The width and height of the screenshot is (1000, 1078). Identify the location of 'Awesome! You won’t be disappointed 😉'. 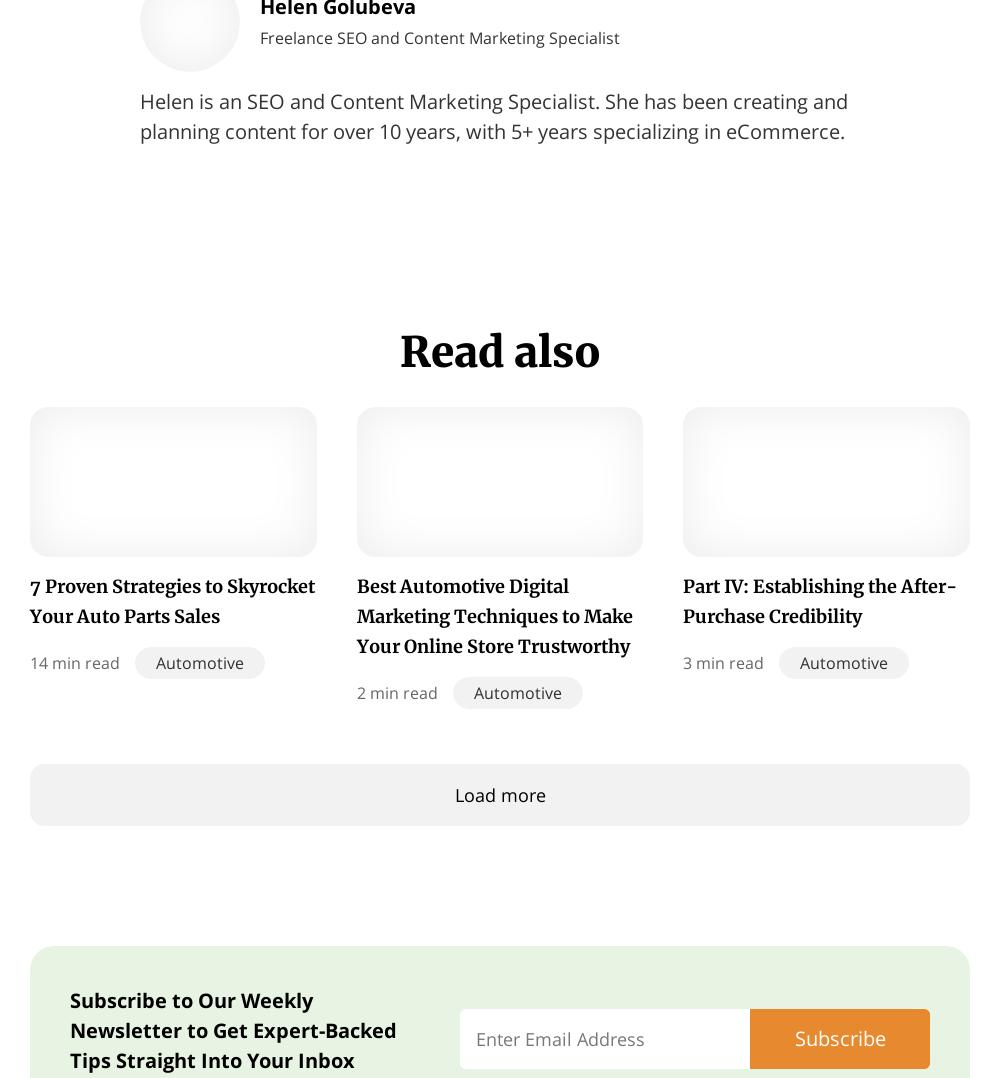
(693, 1029).